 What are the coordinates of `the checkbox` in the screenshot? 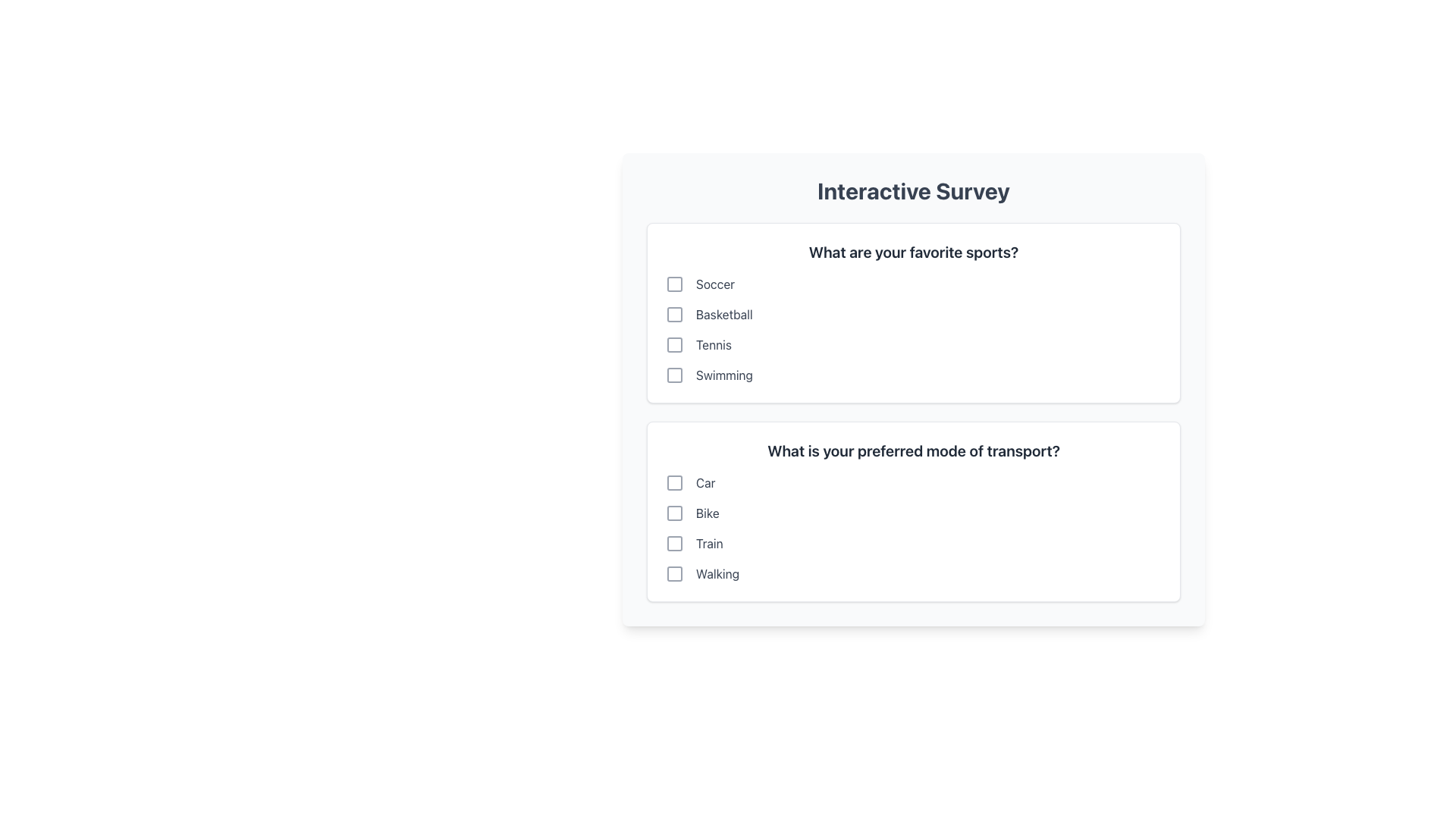 It's located at (673, 345).